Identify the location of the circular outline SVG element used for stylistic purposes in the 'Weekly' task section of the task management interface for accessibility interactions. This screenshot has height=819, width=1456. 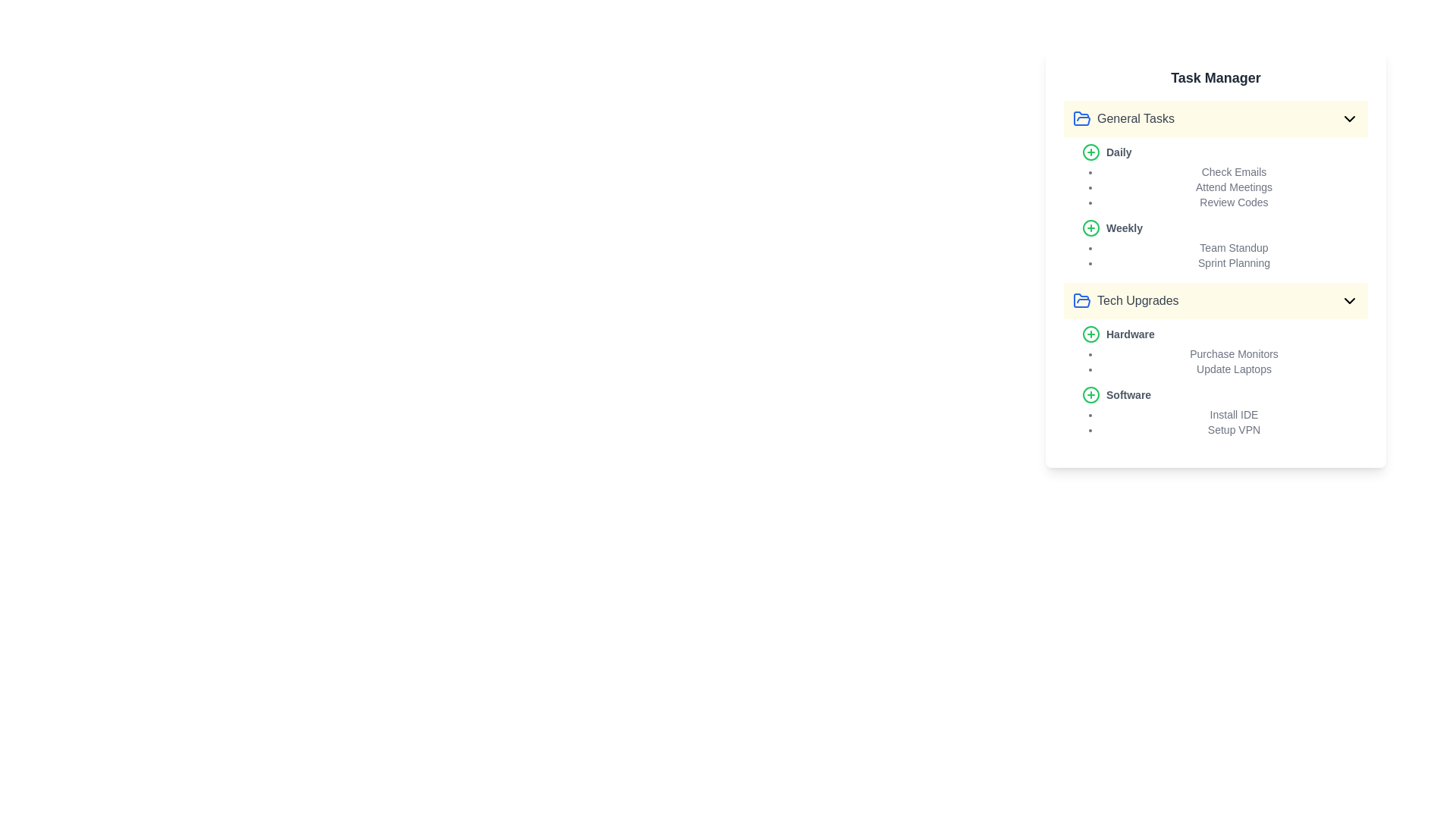
(1090, 227).